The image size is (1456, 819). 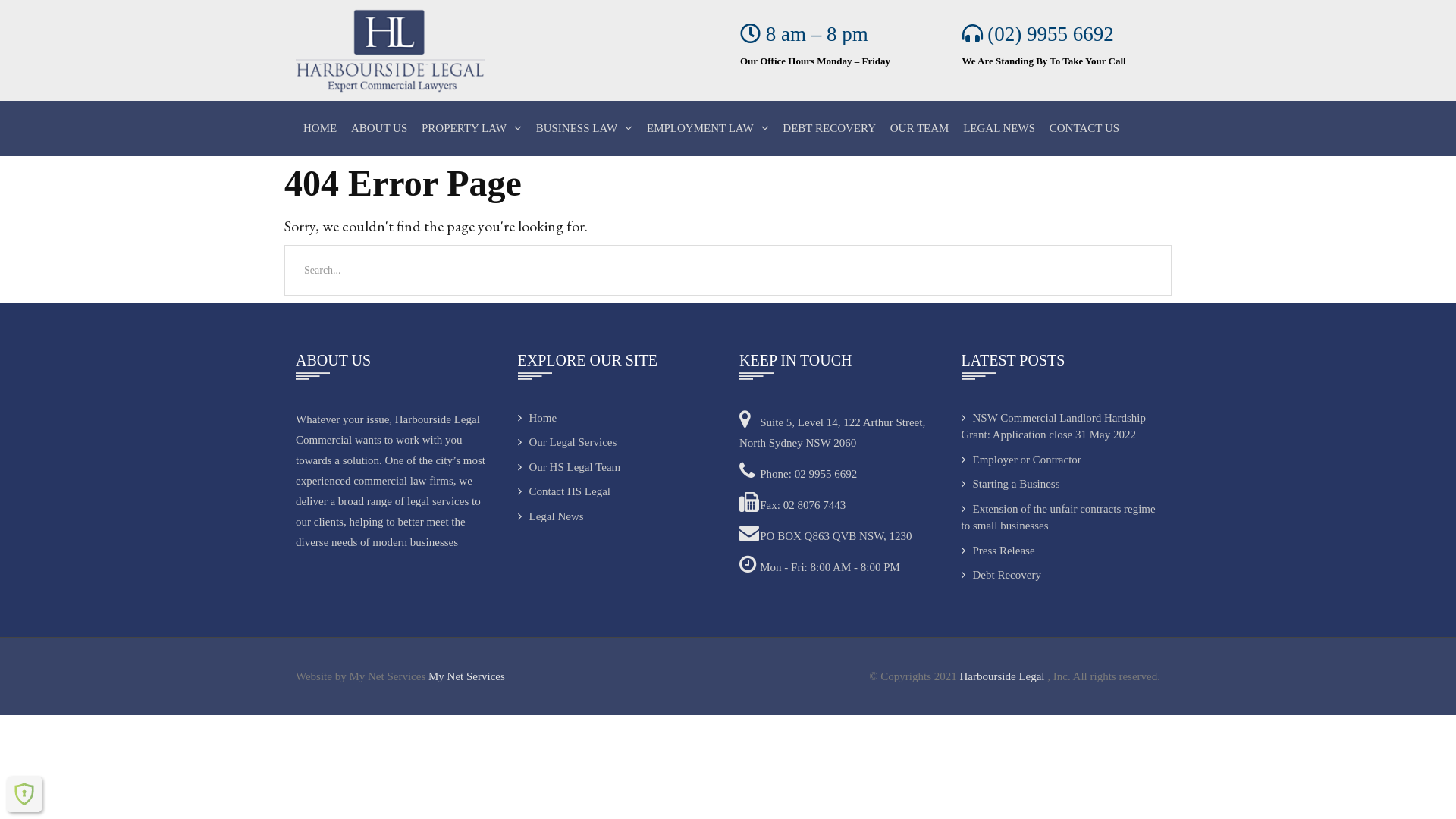 What do you see at coordinates (1084, 127) in the screenshot?
I see `'CONTACT US'` at bounding box center [1084, 127].